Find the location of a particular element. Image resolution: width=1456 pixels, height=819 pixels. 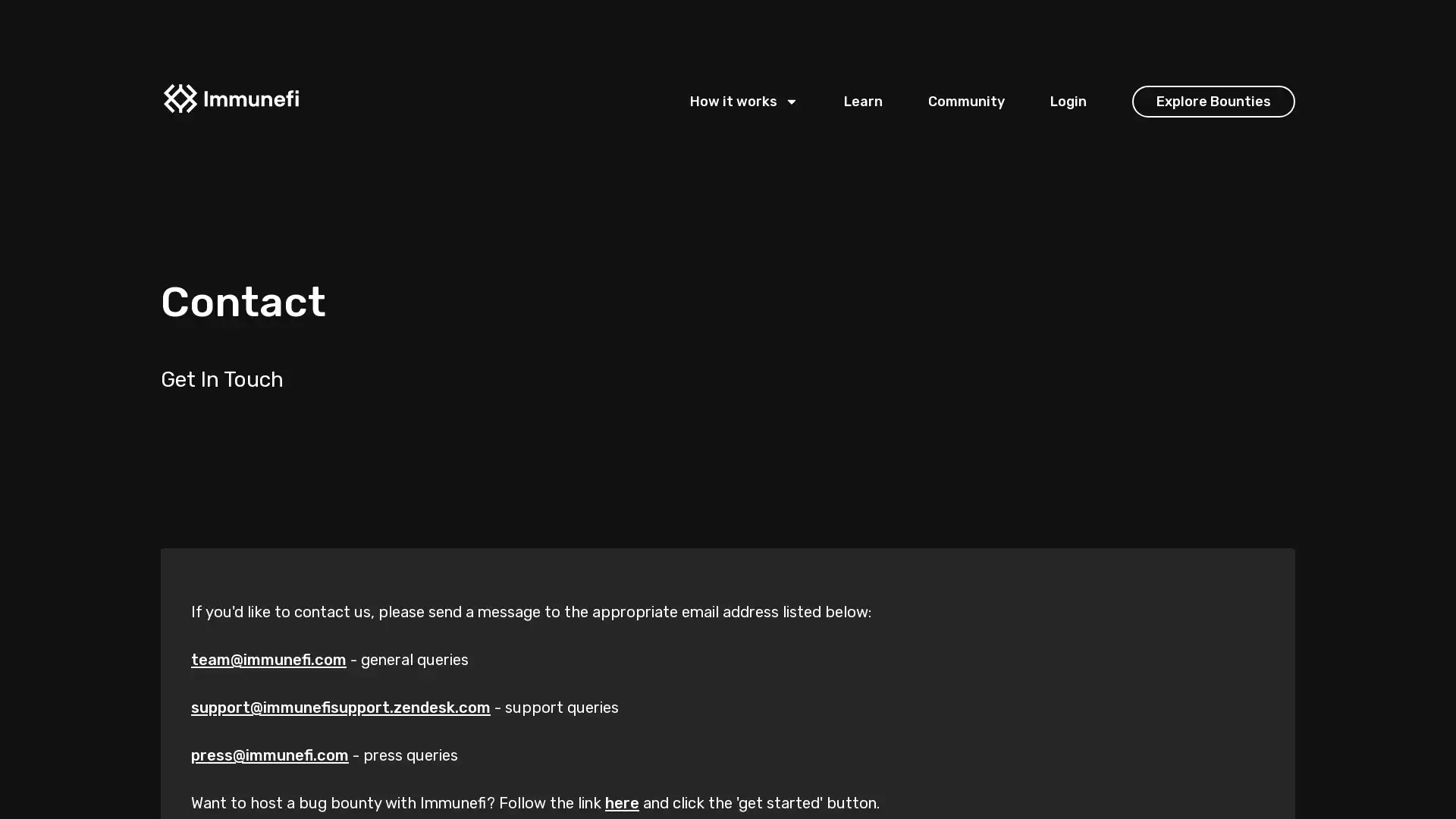

How it works is located at coordinates (744, 101).